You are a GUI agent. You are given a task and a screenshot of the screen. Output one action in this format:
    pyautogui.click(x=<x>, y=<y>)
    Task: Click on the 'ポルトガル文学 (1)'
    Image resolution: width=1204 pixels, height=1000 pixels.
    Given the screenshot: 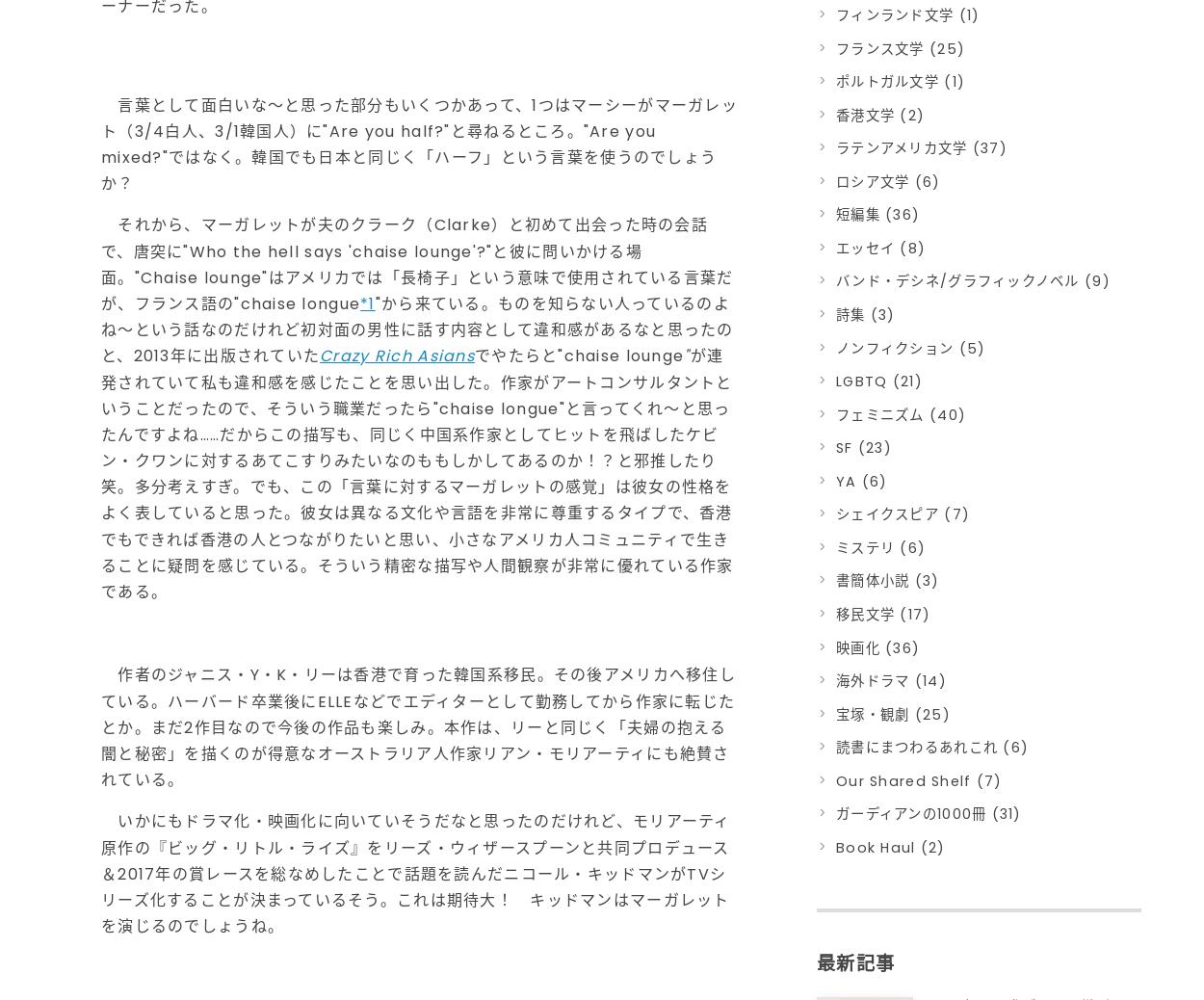 What is the action you would take?
    pyautogui.click(x=835, y=81)
    